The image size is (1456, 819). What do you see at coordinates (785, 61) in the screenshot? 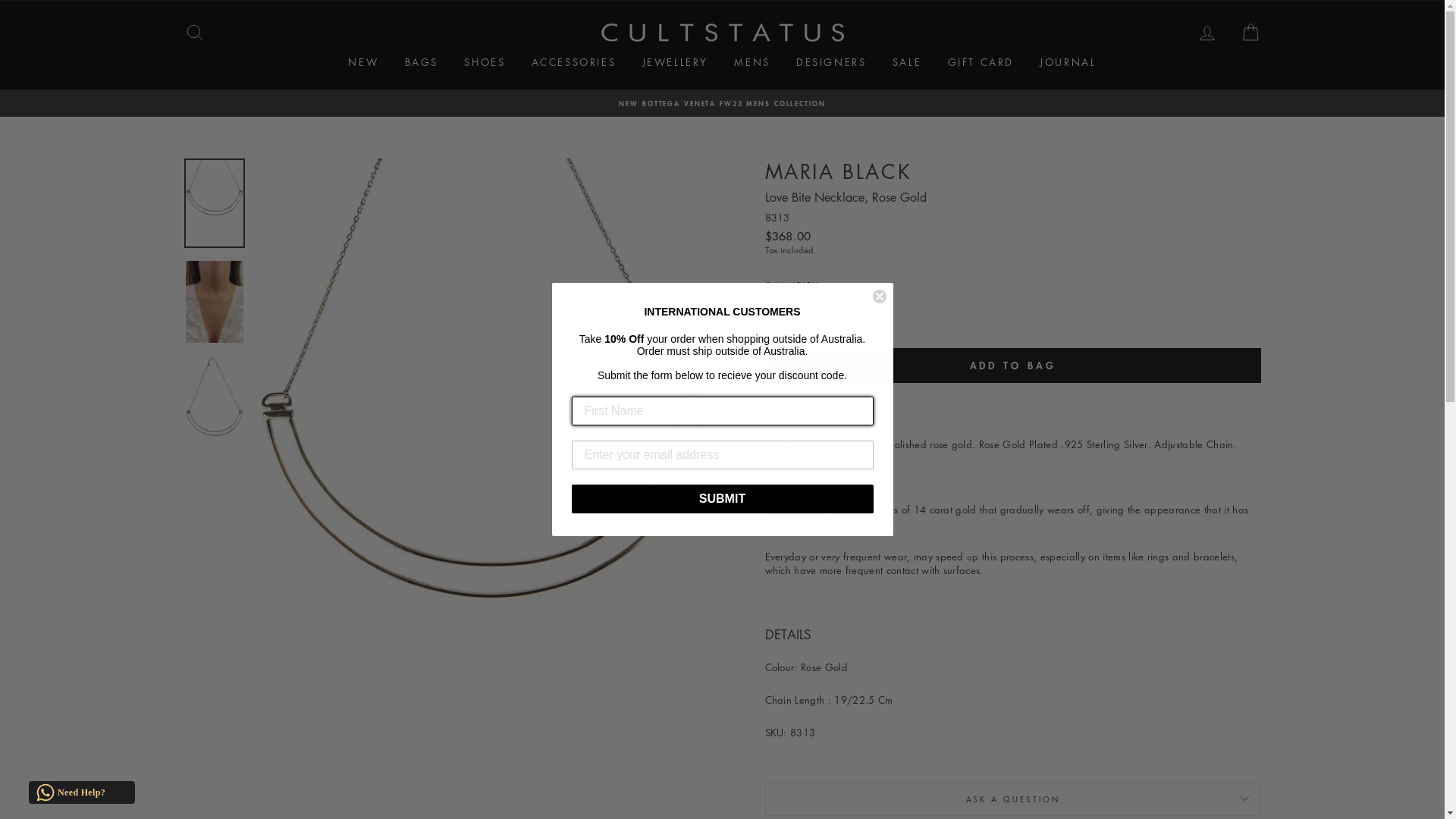
I see `'DESIGNERS'` at bounding box center [785, 61].